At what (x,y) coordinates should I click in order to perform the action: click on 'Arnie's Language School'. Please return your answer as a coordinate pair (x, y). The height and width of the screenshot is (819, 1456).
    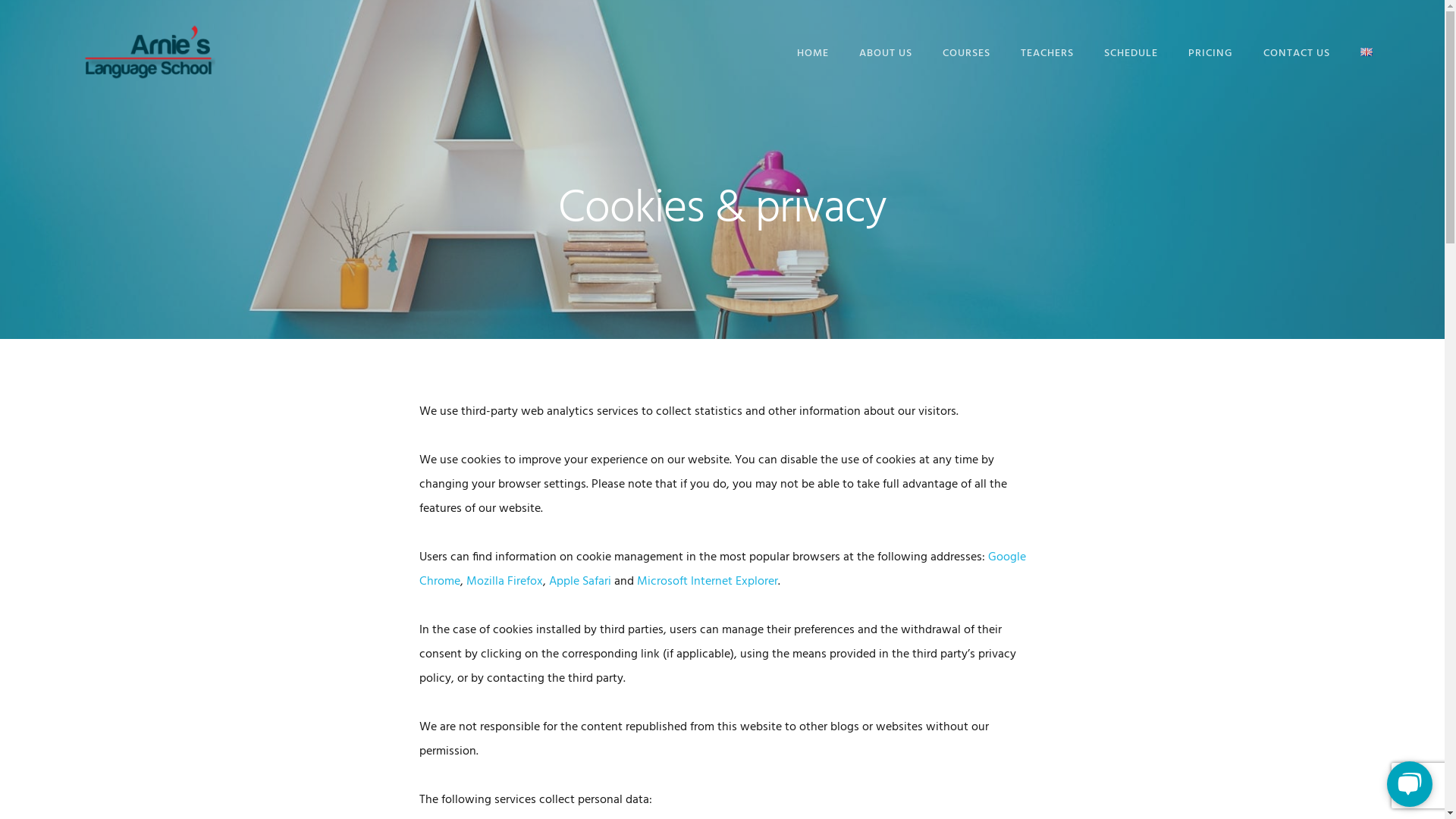
    Looking at the image, I should click on (148, 50).